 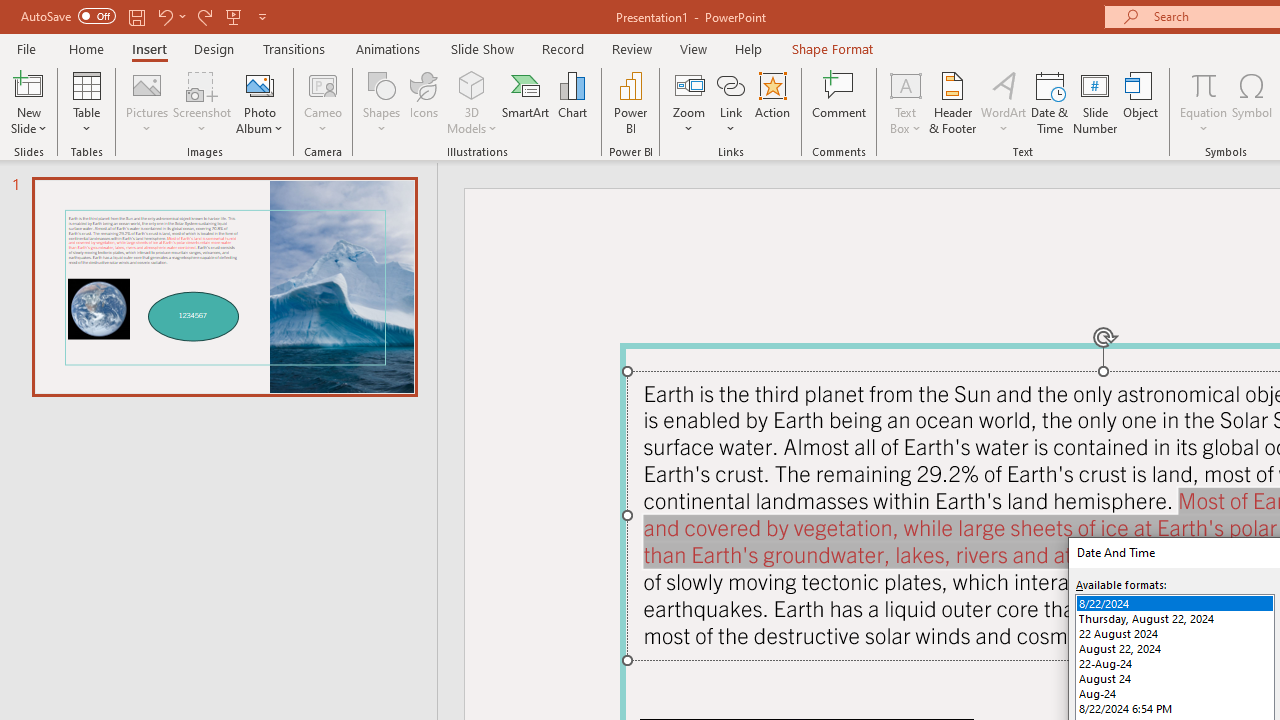 What do you see at coordinates (202, 103) in the screenshot?
I see `'Screenshot'` at bounding box center [202, 103].